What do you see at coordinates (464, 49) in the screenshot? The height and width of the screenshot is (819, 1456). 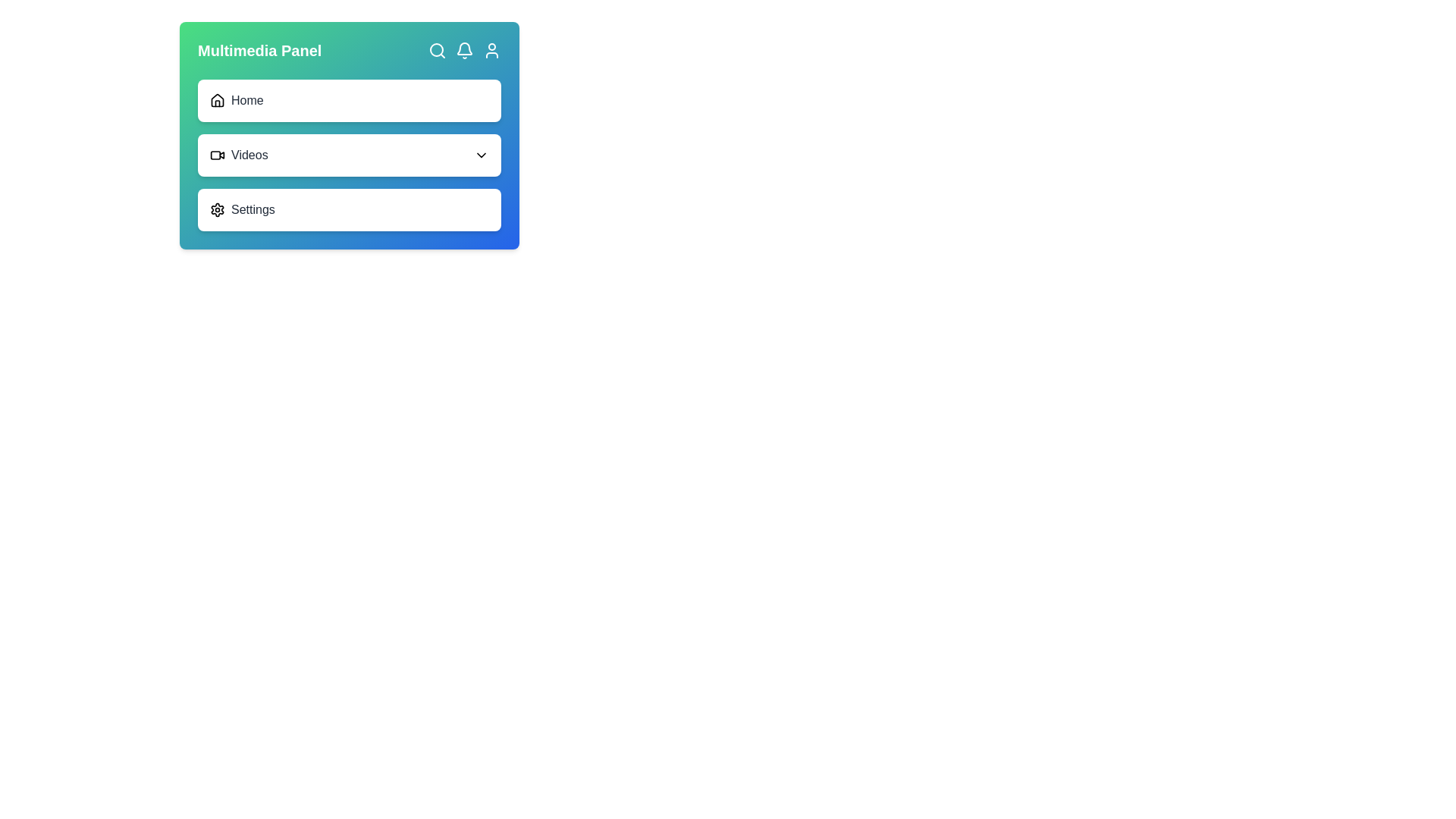 I see `the notification icon located between the magnifying glass icon and the person icon in the top-right corner of the Multimedia Panel` at bounding box center [464, 49].